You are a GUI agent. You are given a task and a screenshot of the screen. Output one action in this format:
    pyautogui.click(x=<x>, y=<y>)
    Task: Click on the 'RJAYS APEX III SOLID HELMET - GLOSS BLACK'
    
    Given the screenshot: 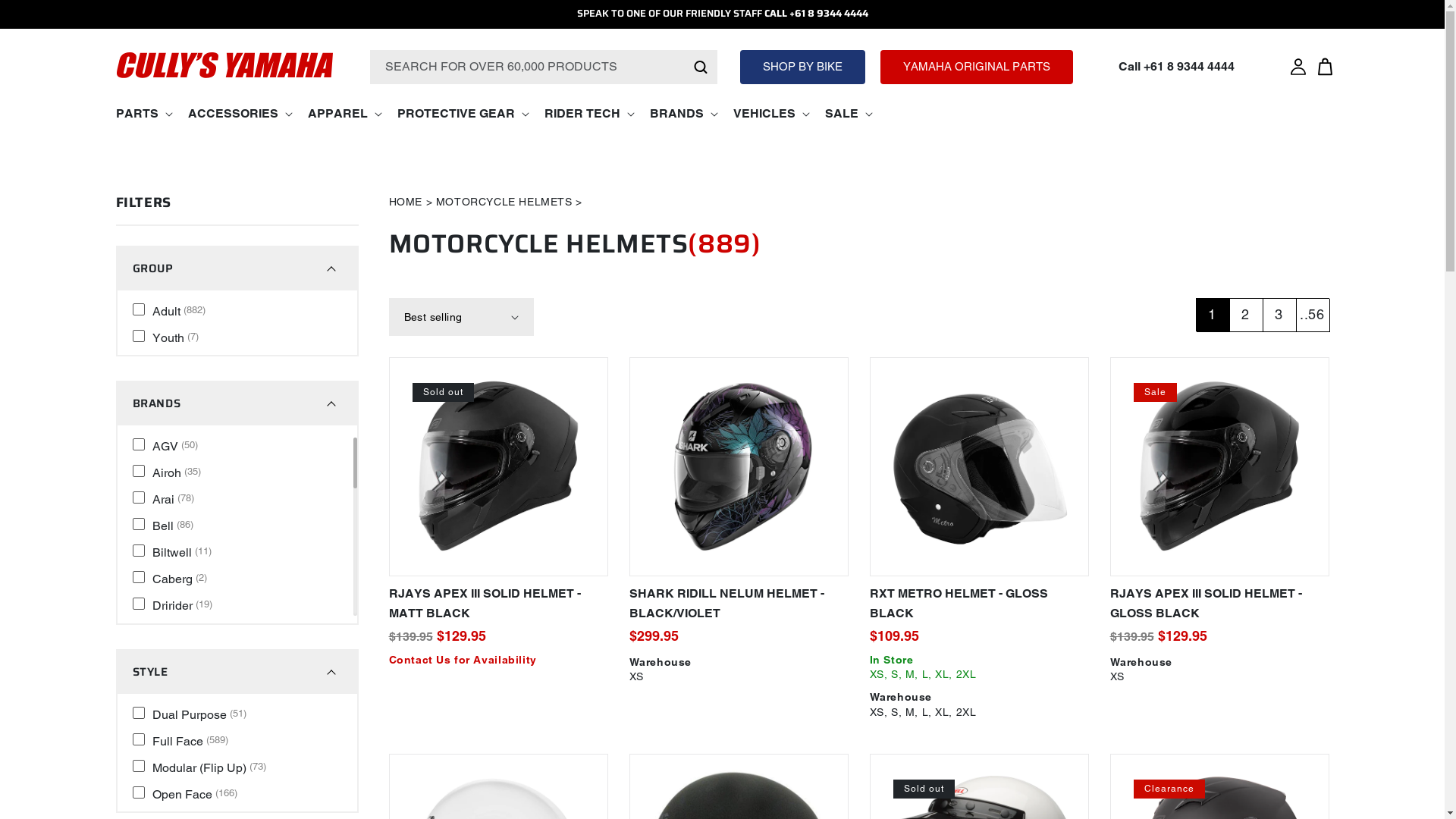 What is the action you would take?
    pyautogui.click(x=1219, y=603)
    